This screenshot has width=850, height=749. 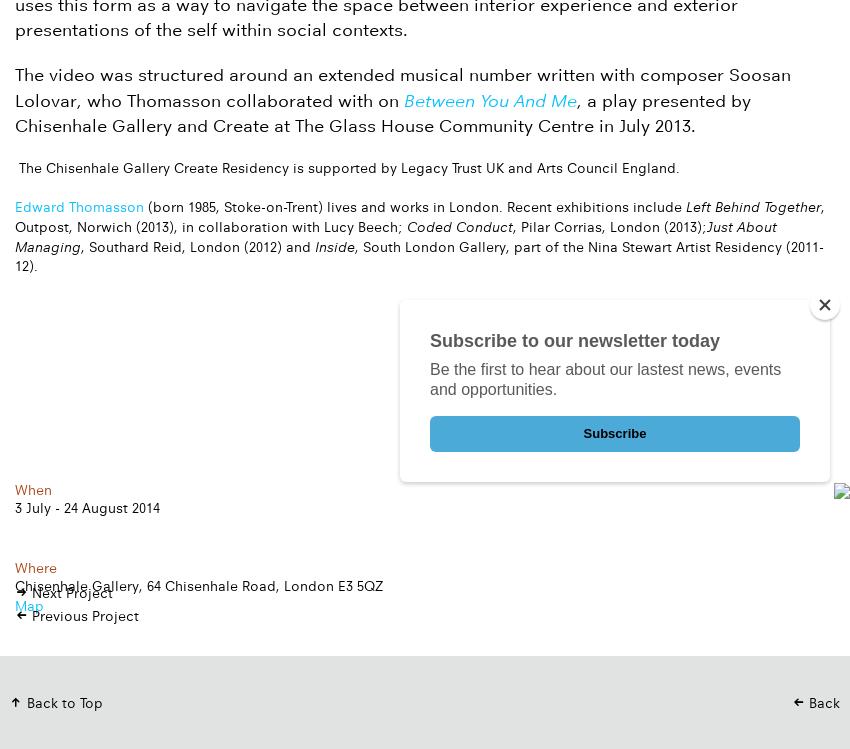 What do you see at coordinates (196, 245) in the screenshot?
I see `', Southard Reid, London (2012) and'` at bounding box center [196, 245].